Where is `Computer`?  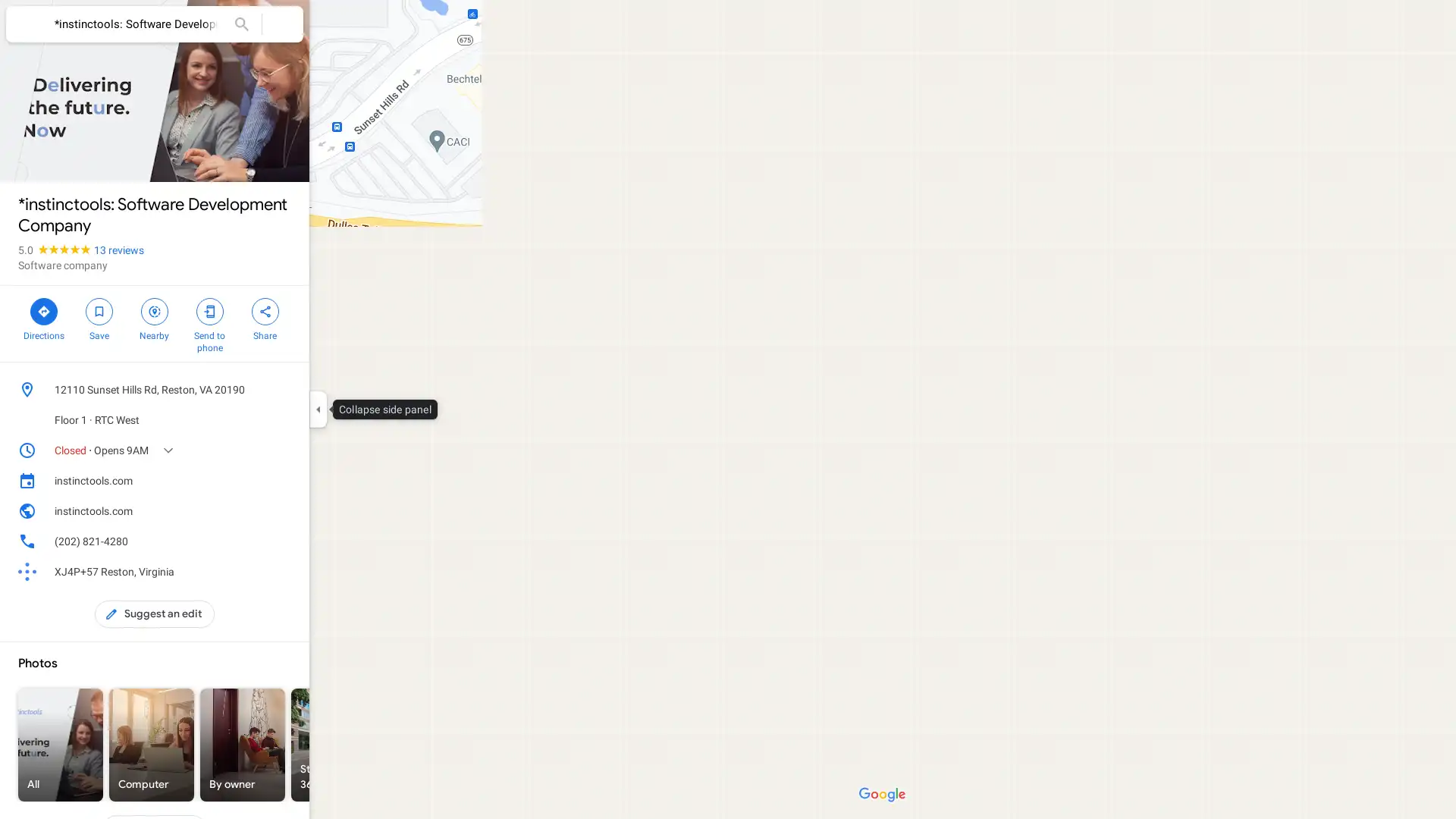
Computer is located at coordinates (152, 744).